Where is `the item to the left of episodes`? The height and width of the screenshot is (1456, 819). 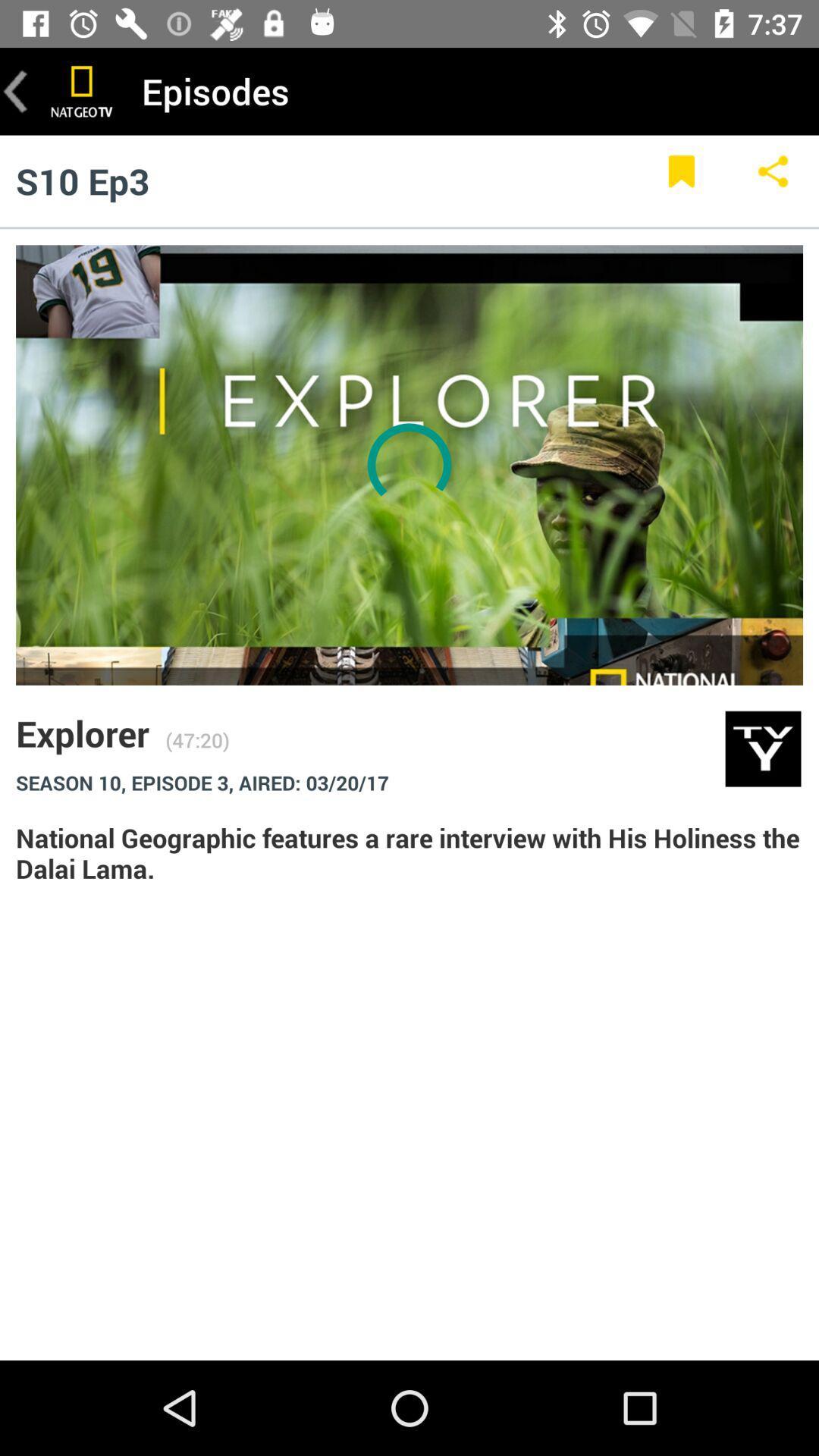 the item to the left of episodes is located at coordinates (82, 90).